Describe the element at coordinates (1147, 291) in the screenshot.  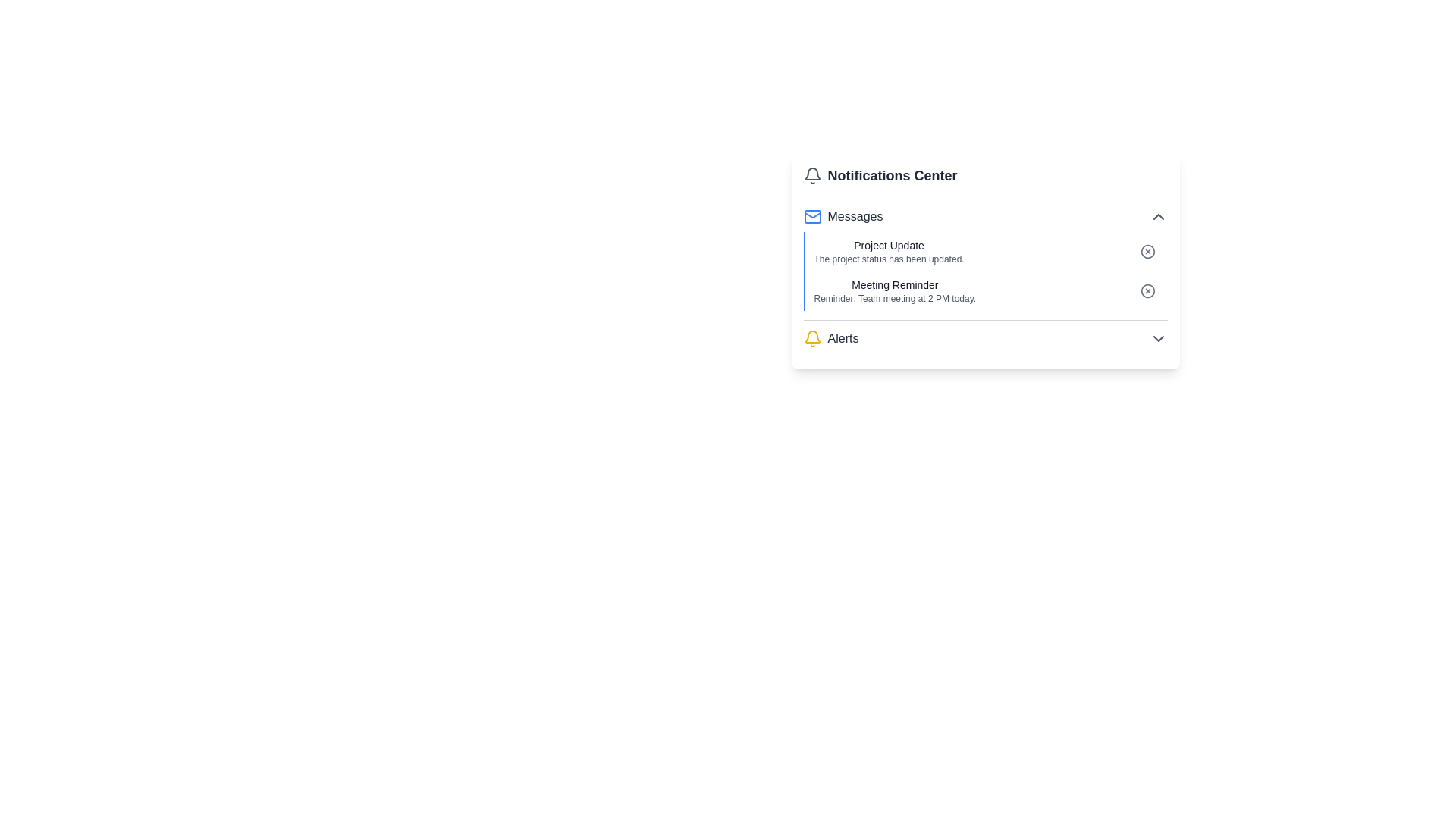
I see `the close button located at the far right of the 'Meeting Reminder' notification in the 'Messages' section of the 'Notifications Center'` at that location.